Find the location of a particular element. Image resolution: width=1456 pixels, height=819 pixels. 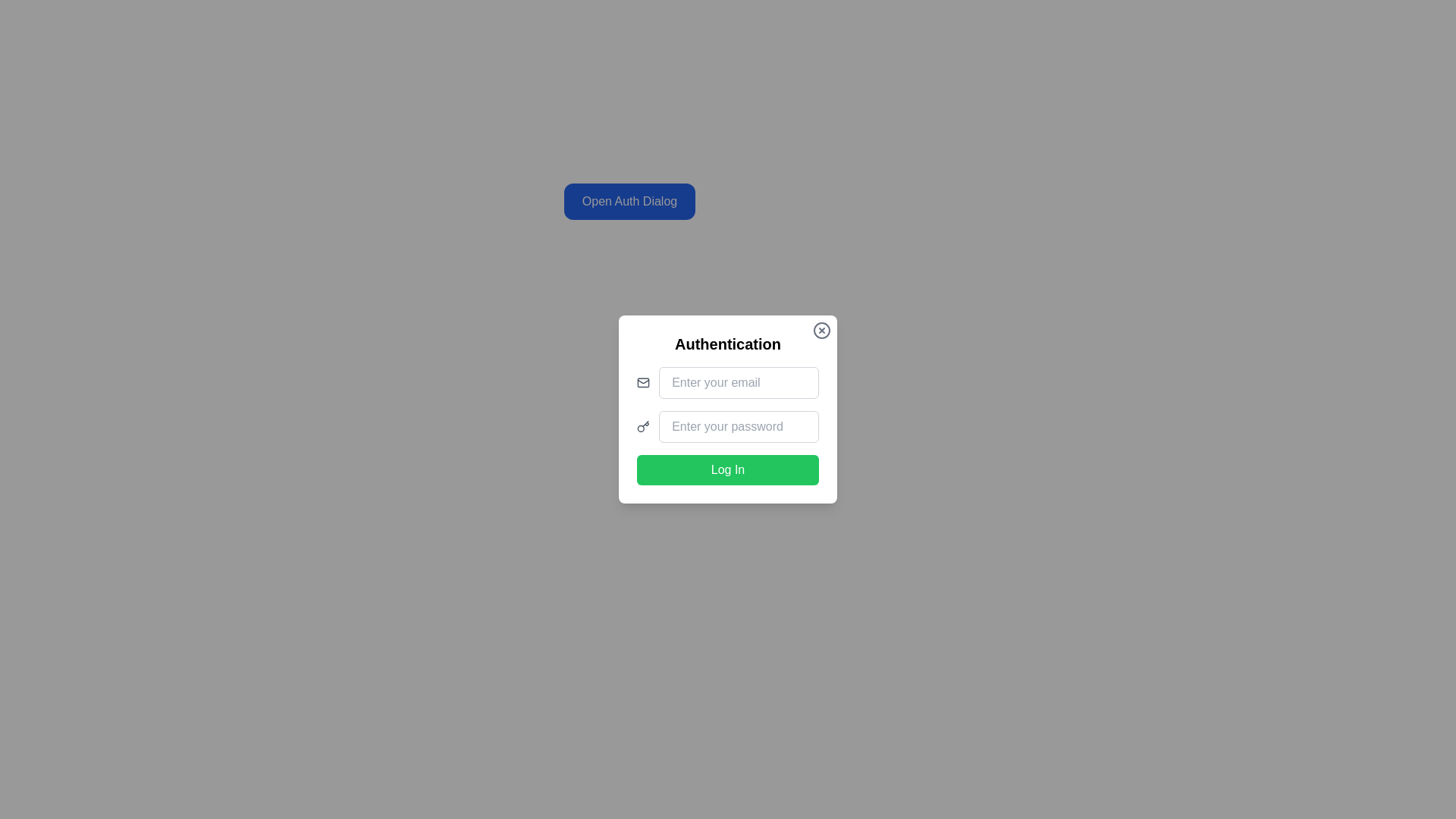

the small gray key icon located on the left side of the password input field within the authentication dialog is located at coordinates (643, 427).